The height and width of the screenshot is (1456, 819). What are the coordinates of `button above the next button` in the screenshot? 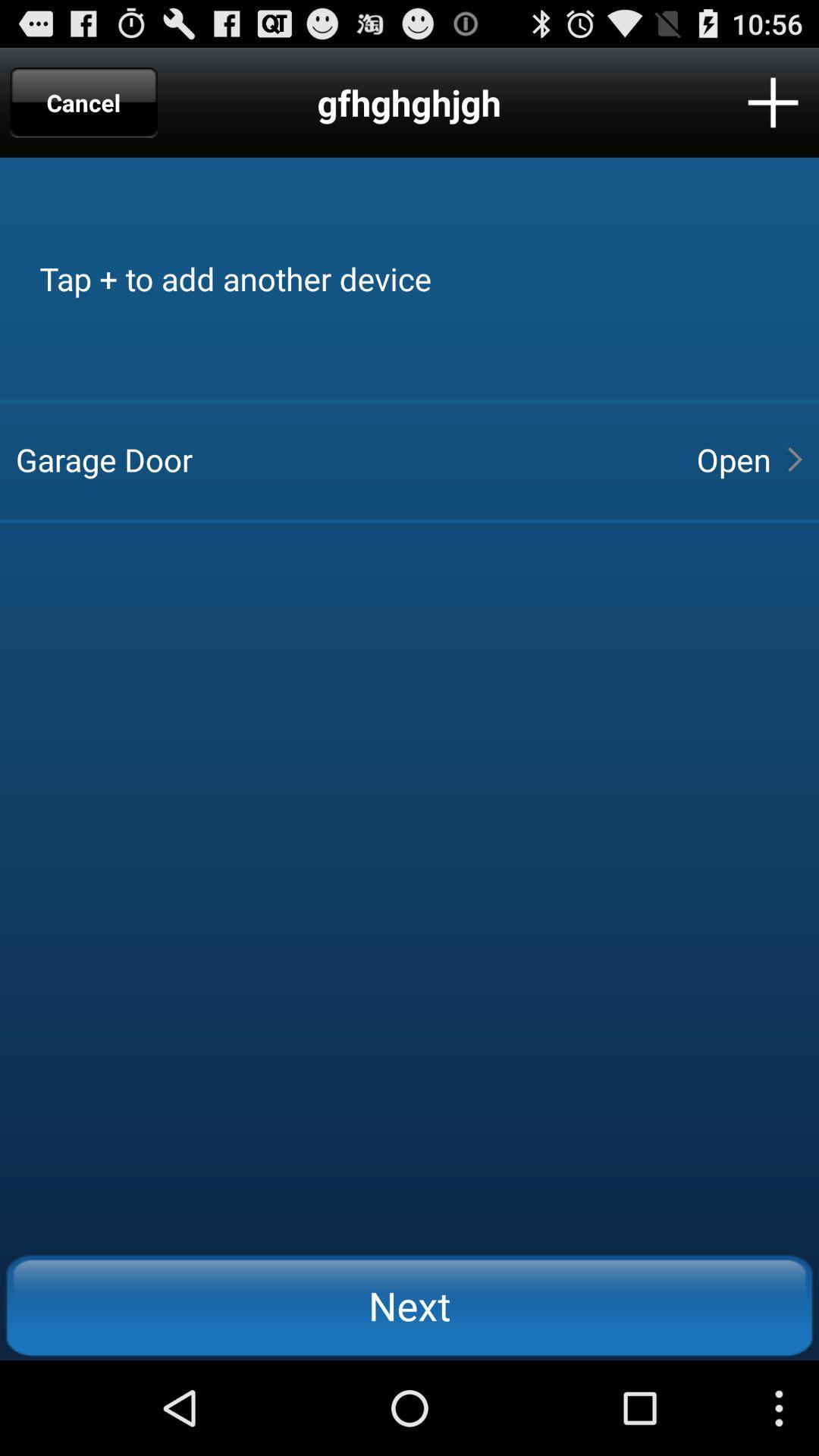 It's located at (733, 458).